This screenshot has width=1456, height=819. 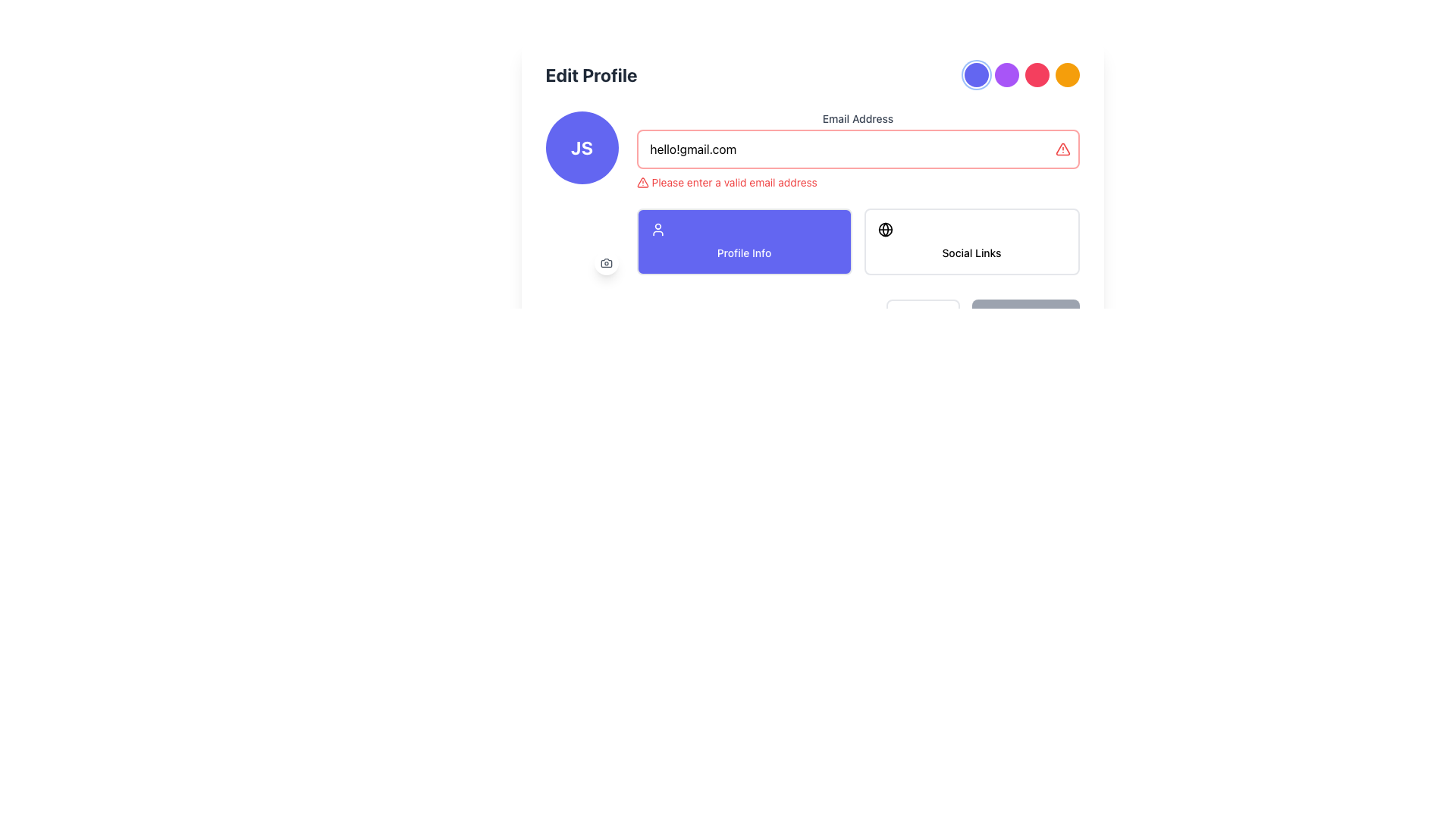 What do you see at coordinates (605, 262) in the screenshot?
I see `small camera icon located near the left of the 'Edit Profile' interface, below the circular user avatar indication` at bounding box center [605, 262].